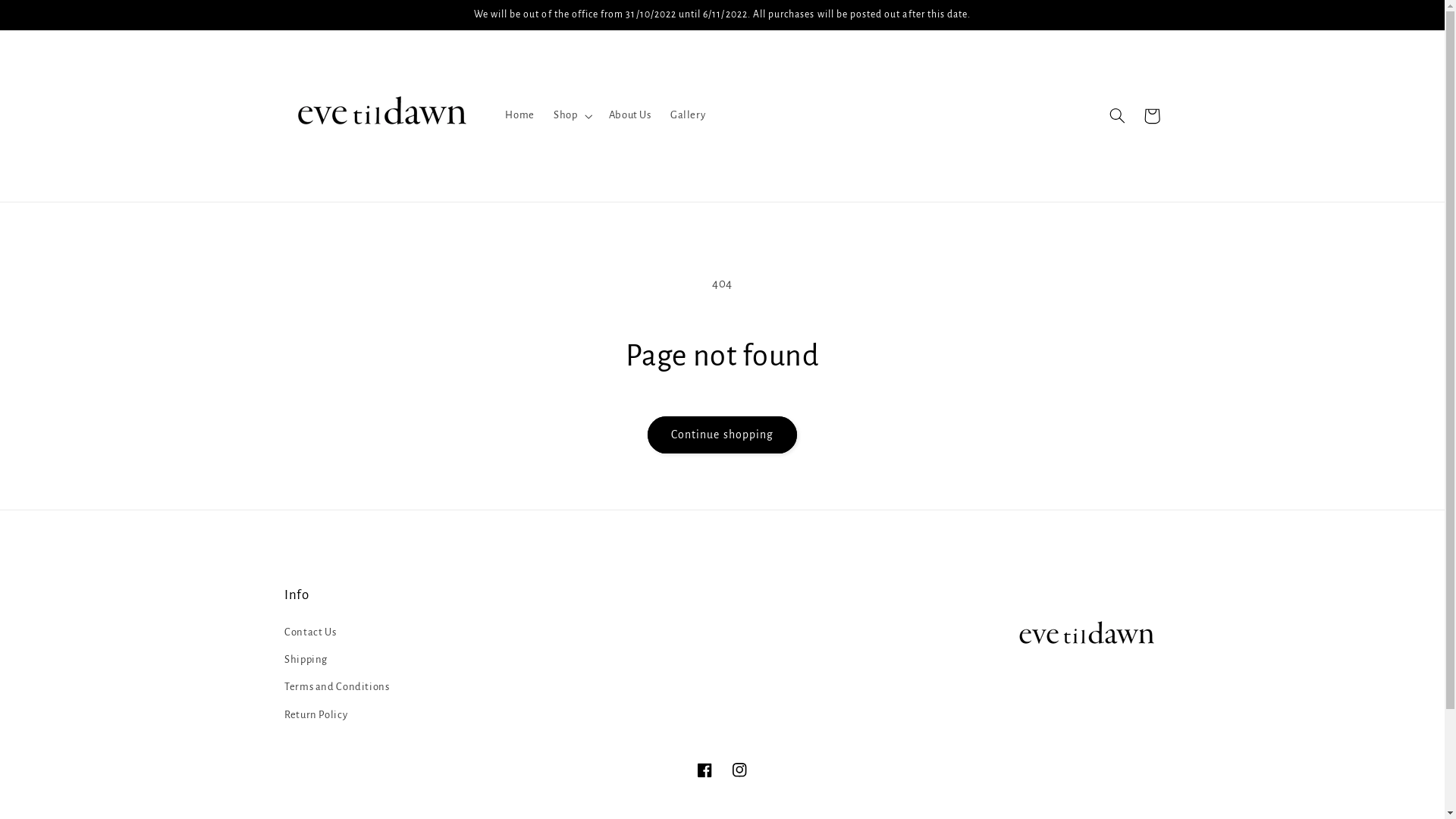 The height and width of the screenshot is (819, 1456). Describe the element at coordinates (309, 634) in the screenshot. I see `'Contact Us'` at that location.